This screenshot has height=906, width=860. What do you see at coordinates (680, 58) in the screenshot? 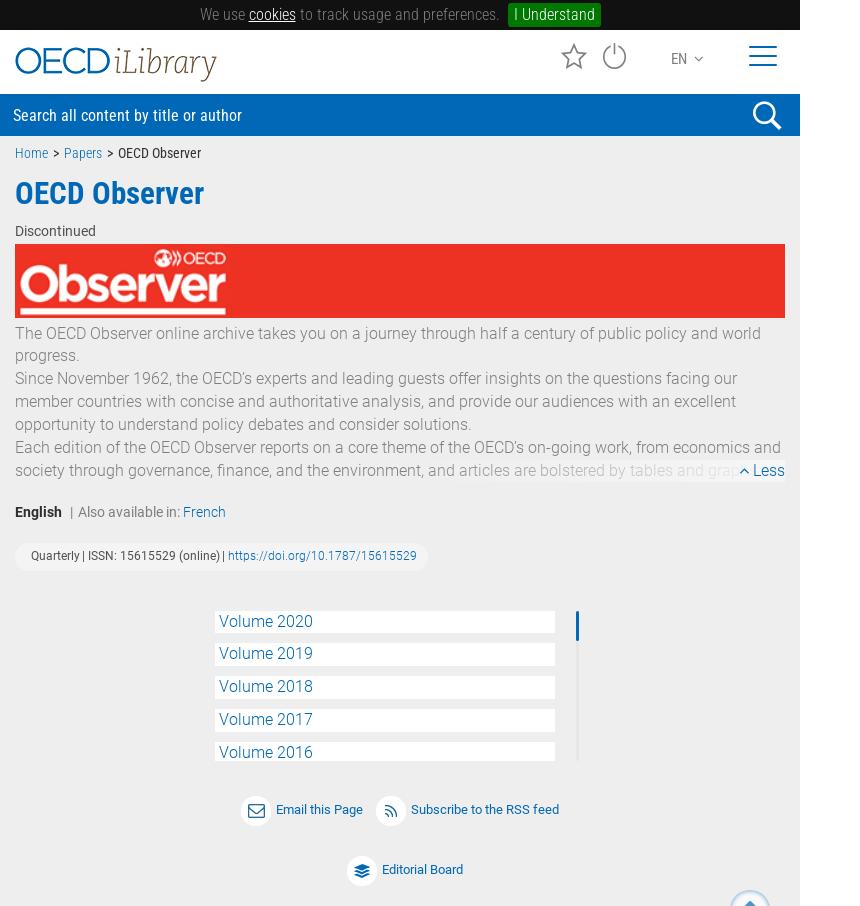
I see `'EN'` at bounding box center [680, 58].